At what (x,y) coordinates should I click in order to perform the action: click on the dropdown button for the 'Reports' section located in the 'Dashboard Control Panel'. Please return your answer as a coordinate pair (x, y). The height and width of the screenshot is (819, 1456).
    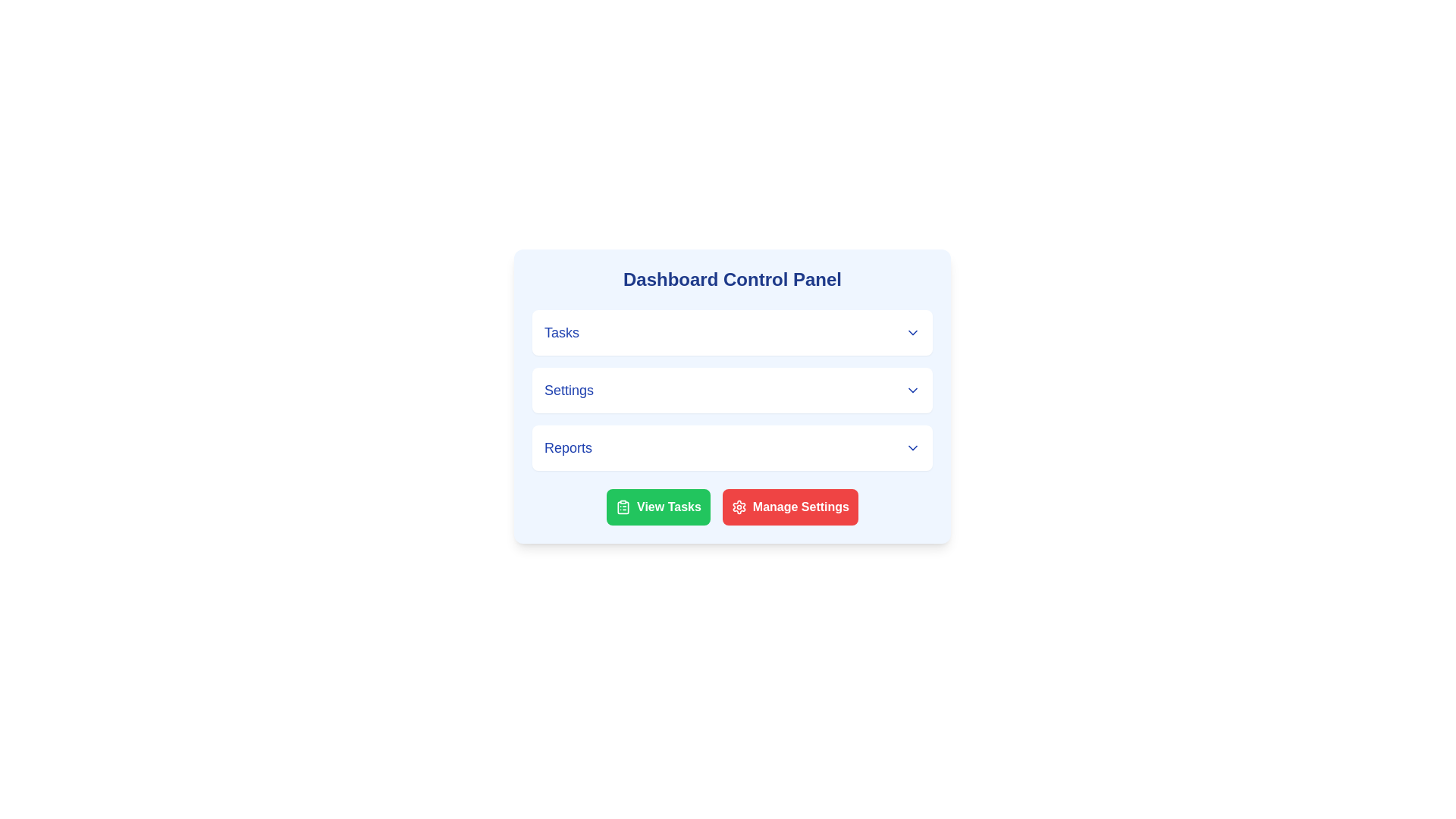
    Looking at the image, I should click on (732, 447).